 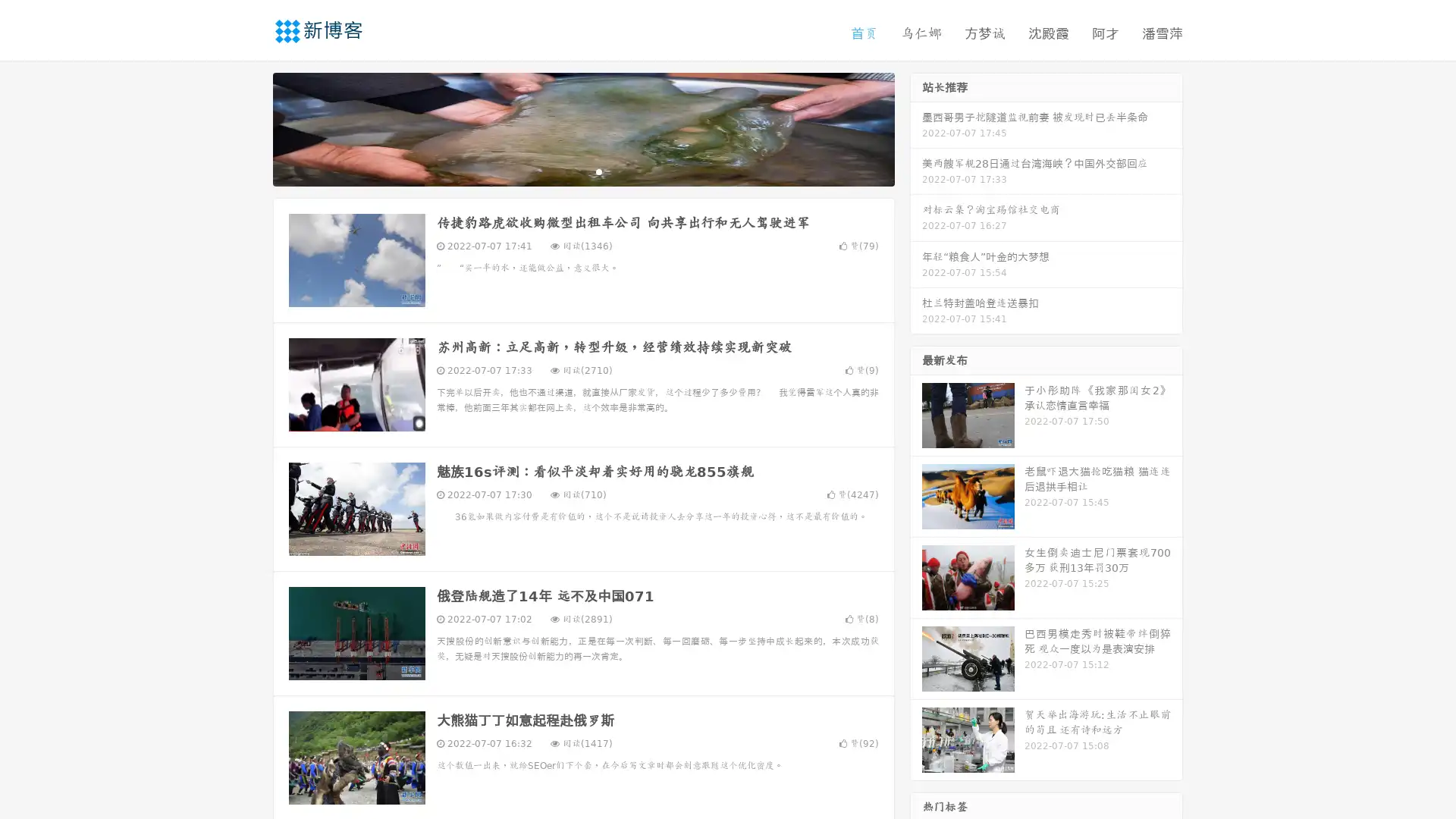 I want to click on Go to slide 3, so click(x=598, y=171).